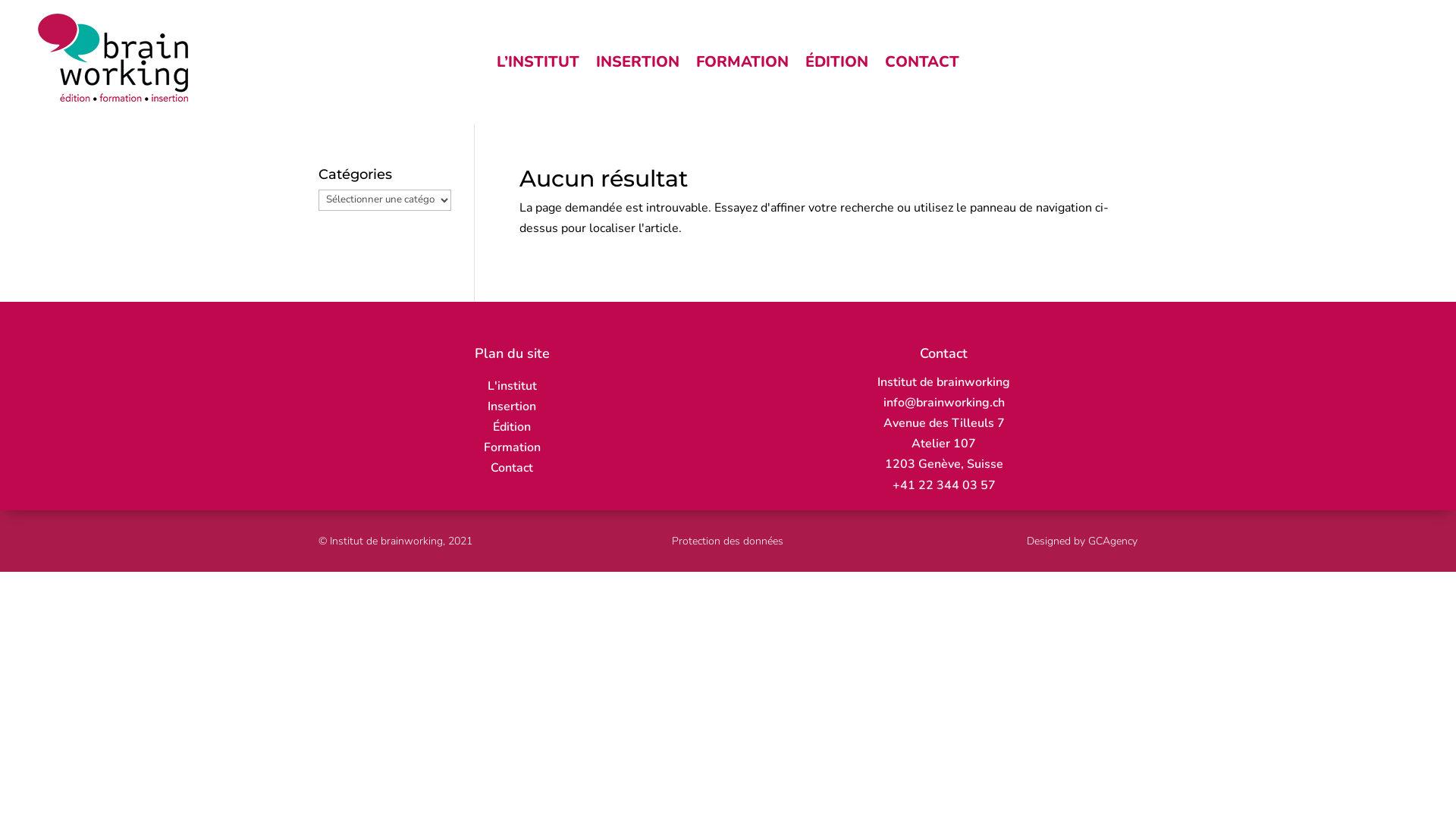 This screenshot has width=1456, height=819. What do you see at coordinates (512, 467) in the screenshot?
I see `'Contact'` at bounding box center [512, 467].